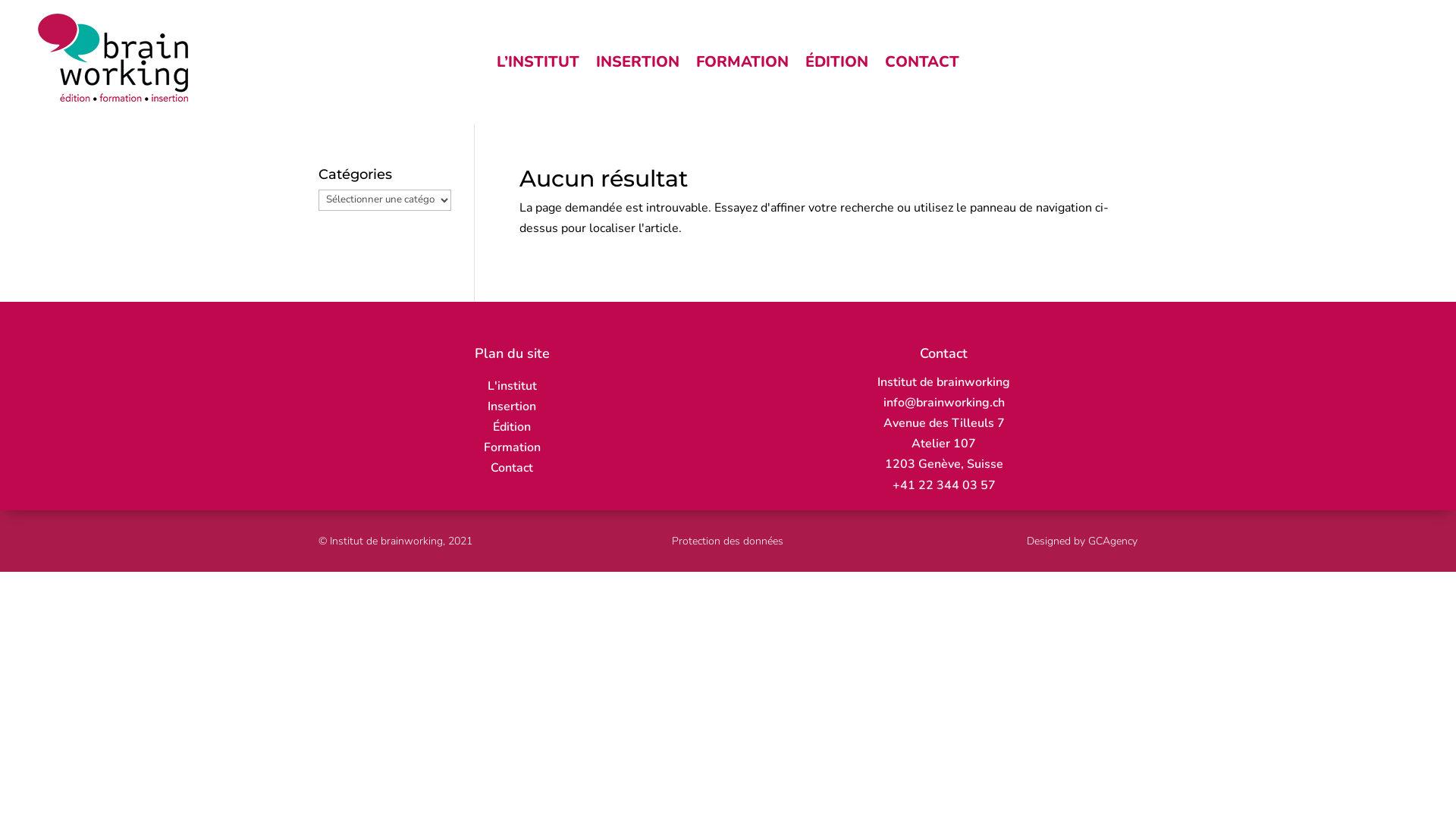 This screenshot has width=1456, height=819. What do you see at coordinates (512, 467) in the screenshot?
I see `'Contact'` at bounding box center [512, 467].